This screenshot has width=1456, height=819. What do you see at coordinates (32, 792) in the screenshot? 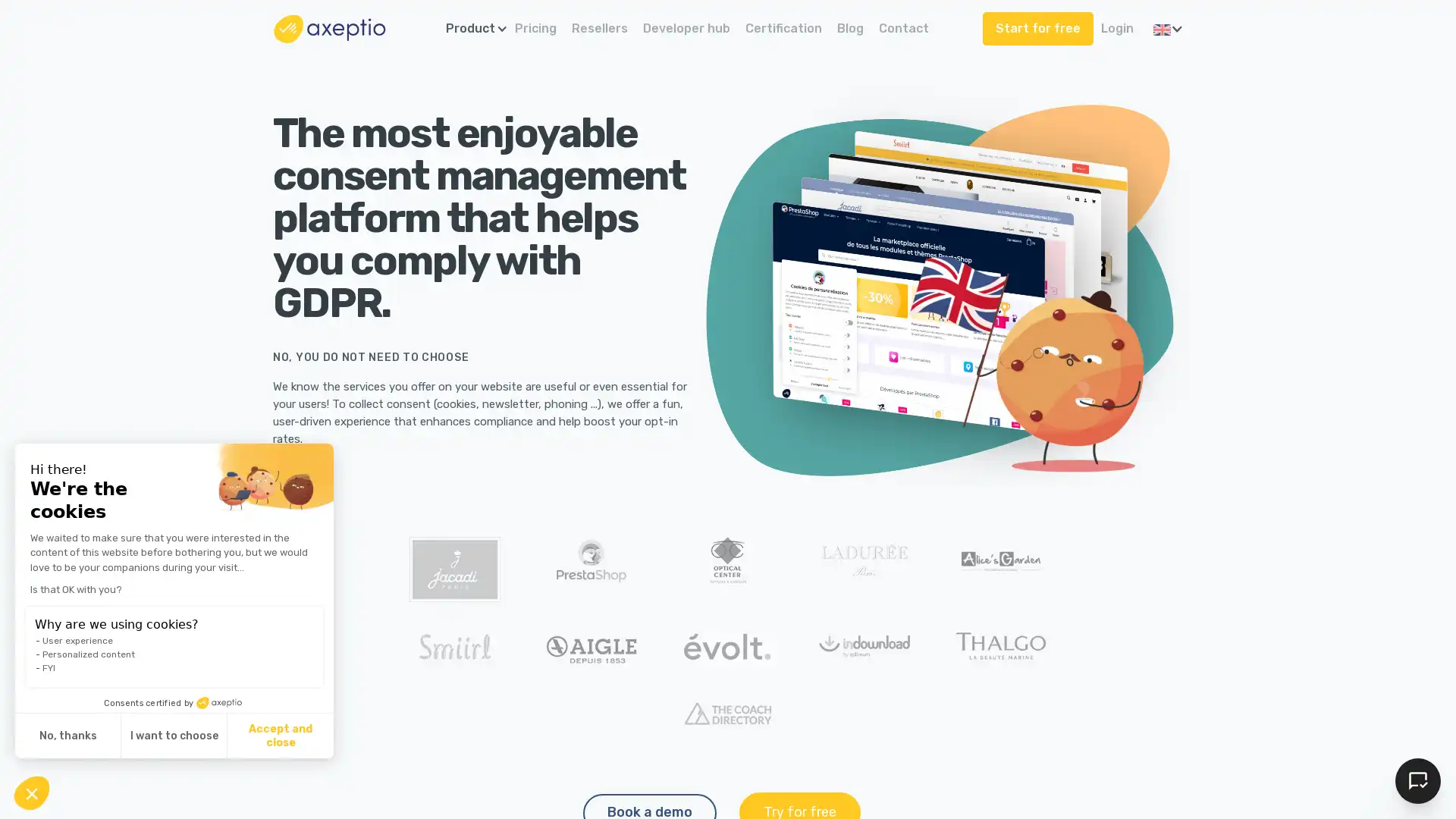
I see `Close` at bounding box center [32, 792].